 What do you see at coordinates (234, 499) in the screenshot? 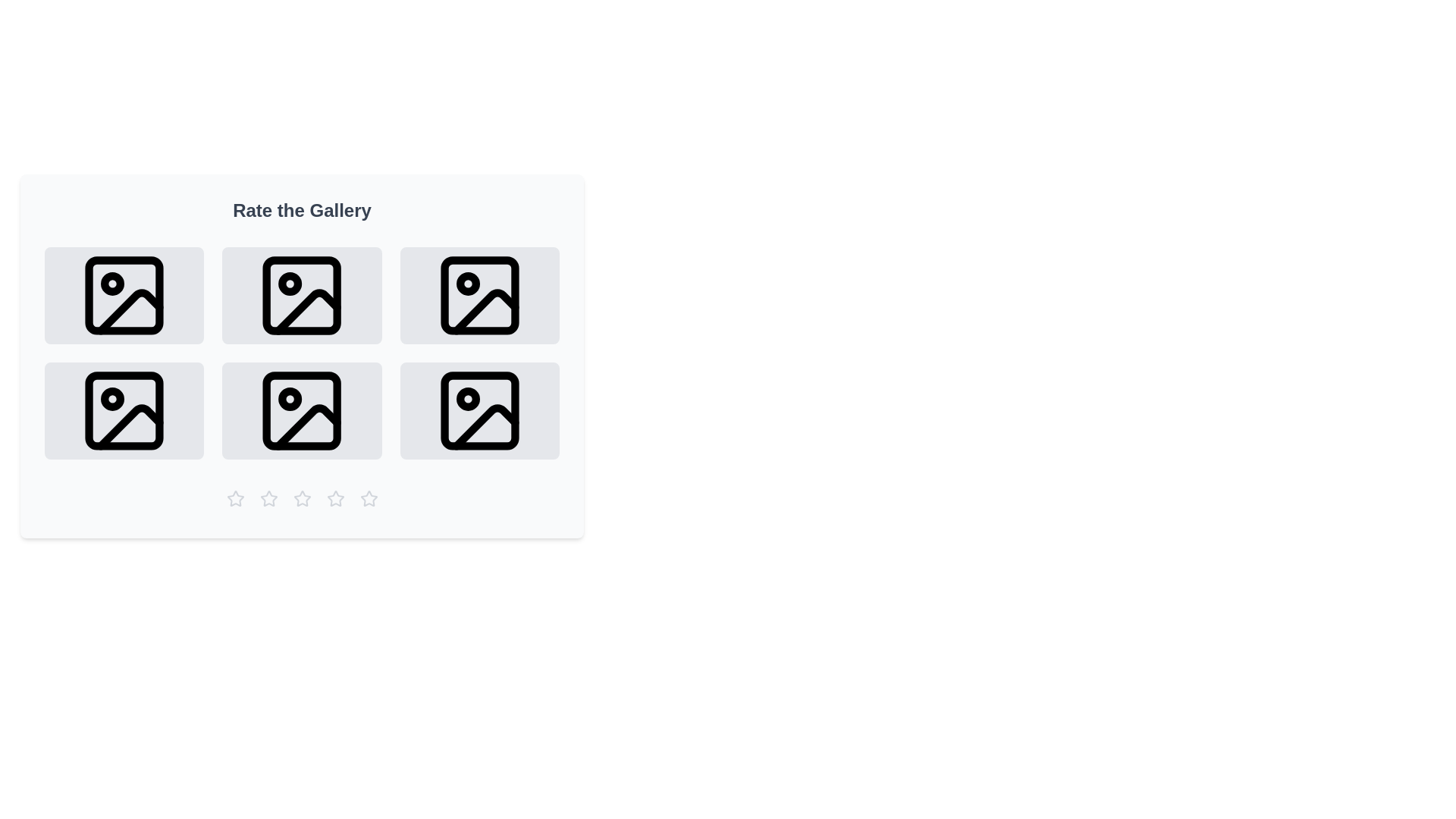
I see `the gallery rating to 1 stars by clicking the corresponding star` at bounding box center [234, 499].